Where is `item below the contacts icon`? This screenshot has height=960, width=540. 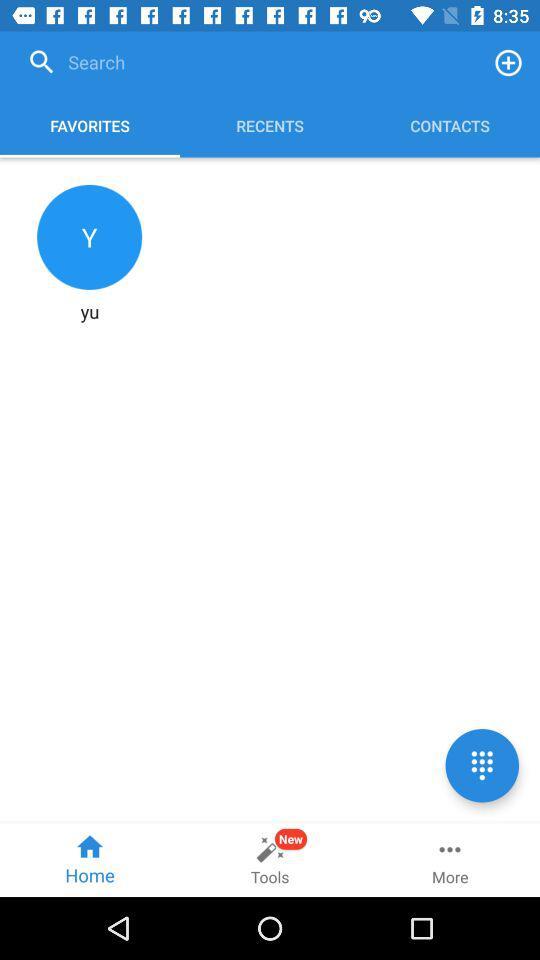
item below the contacts icon is located at coordinates (481, 764).